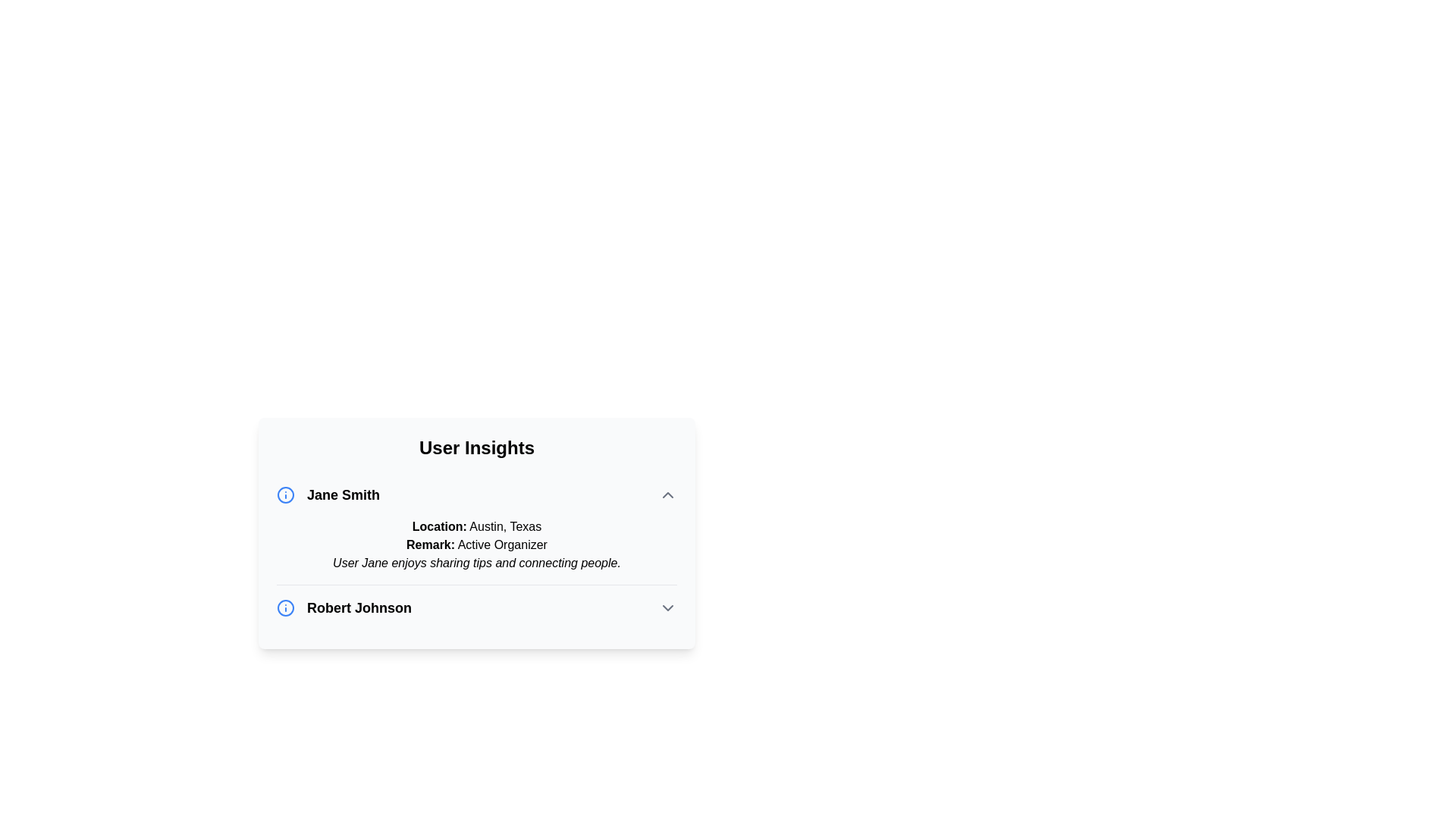 The height and width of the screenshot is (819, 1456). What do you see at coordinates (475, 544) in the screenshot?
I see `text label displaying 'Remark: Active Organizer' which is centrally aligned below the 'Location: Austin, Texas' text` at bounding box center [475, 544].